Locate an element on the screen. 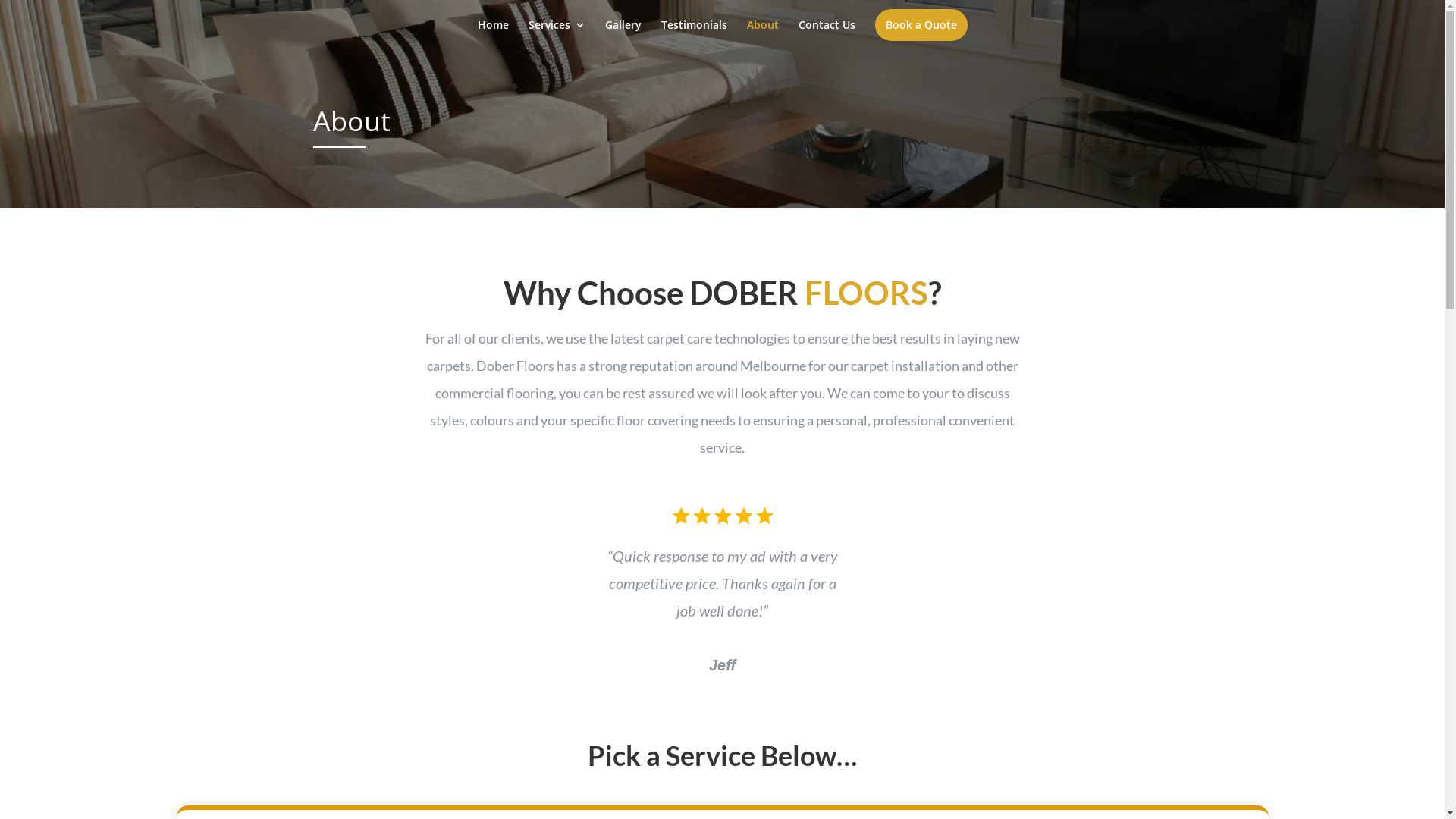 The image size is (1456, 819). 'Book a Quote' is located at coordinates (920, 25).